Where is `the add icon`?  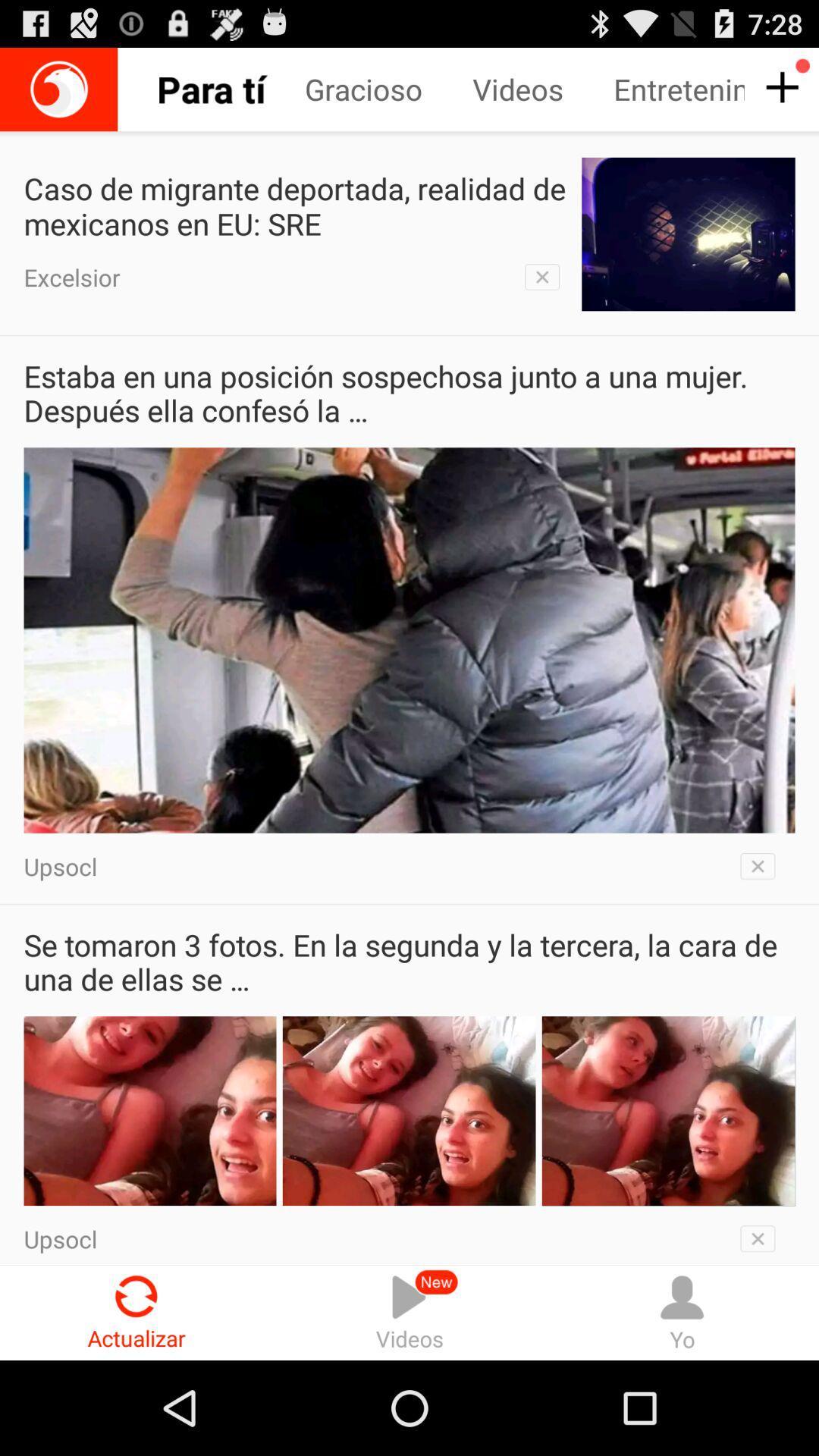
the add icon is located at coordinates (780, 93).